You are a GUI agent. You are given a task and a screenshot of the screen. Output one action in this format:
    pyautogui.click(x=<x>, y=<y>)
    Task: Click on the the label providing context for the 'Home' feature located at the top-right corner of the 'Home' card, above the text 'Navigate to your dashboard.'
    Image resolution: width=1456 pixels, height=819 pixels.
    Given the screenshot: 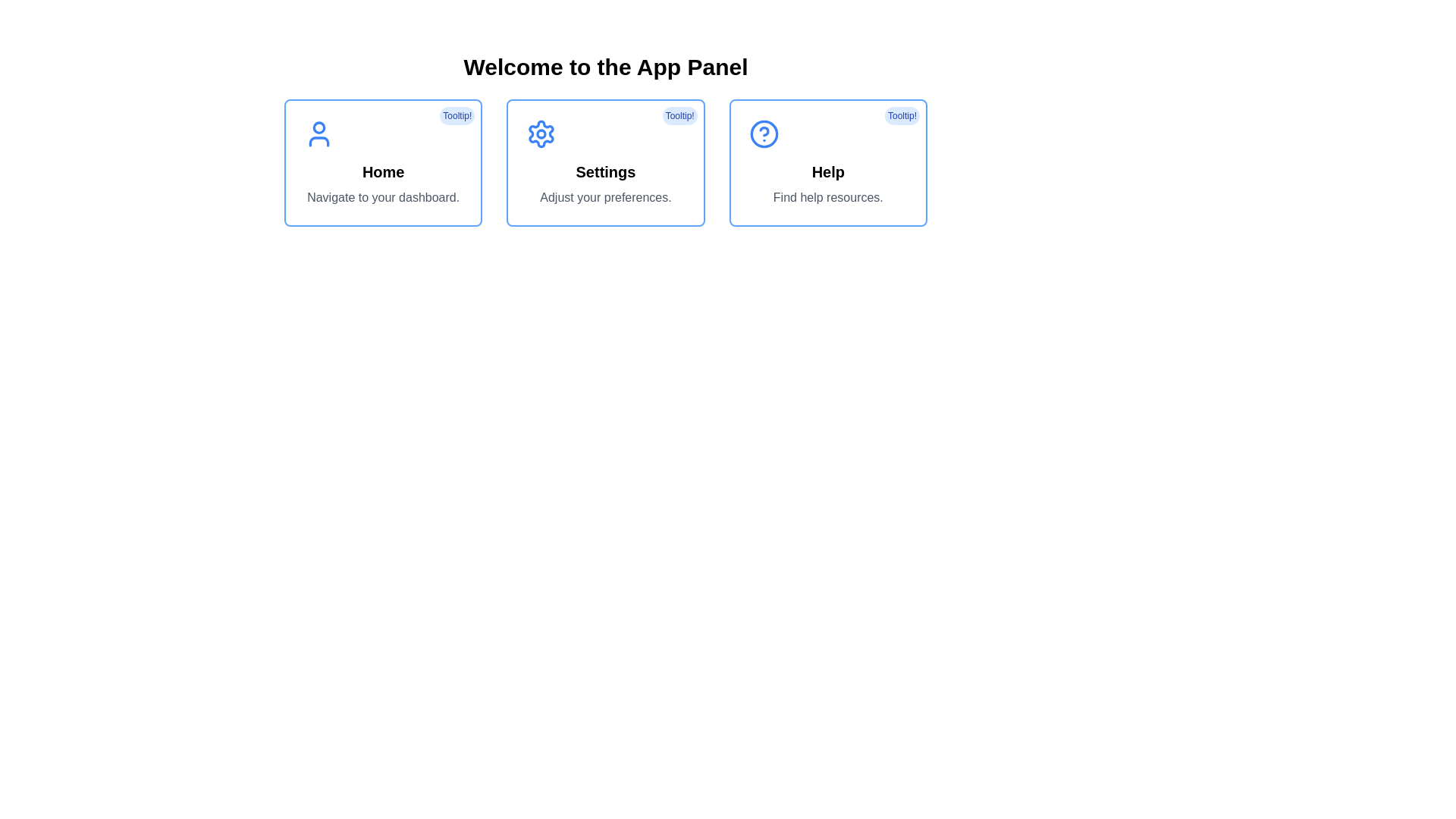 What is the action you would take?
    pyautogui.click(x=457, y=115)
    